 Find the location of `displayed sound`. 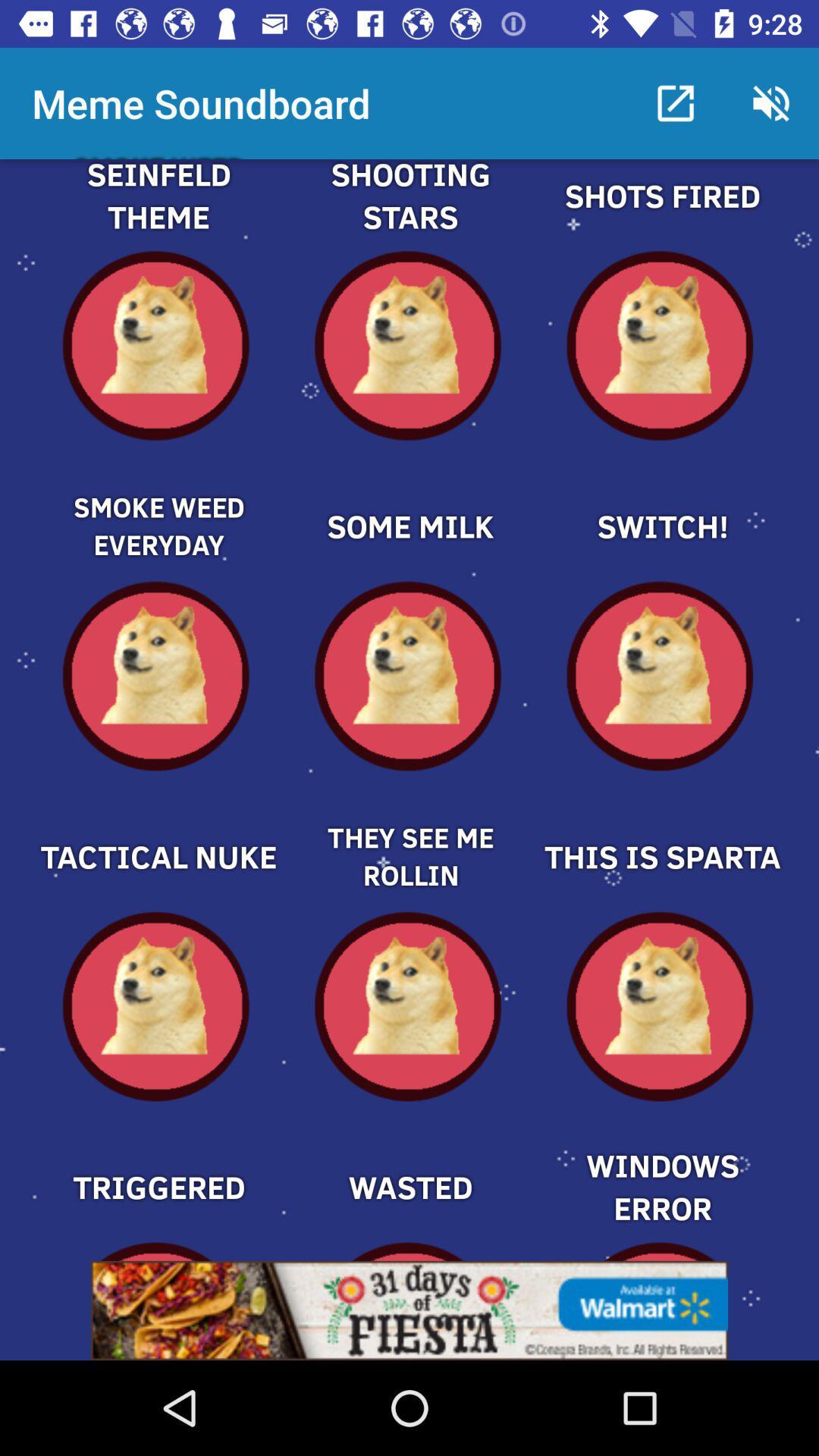

displayed sound is located at coordinates (157, 500).